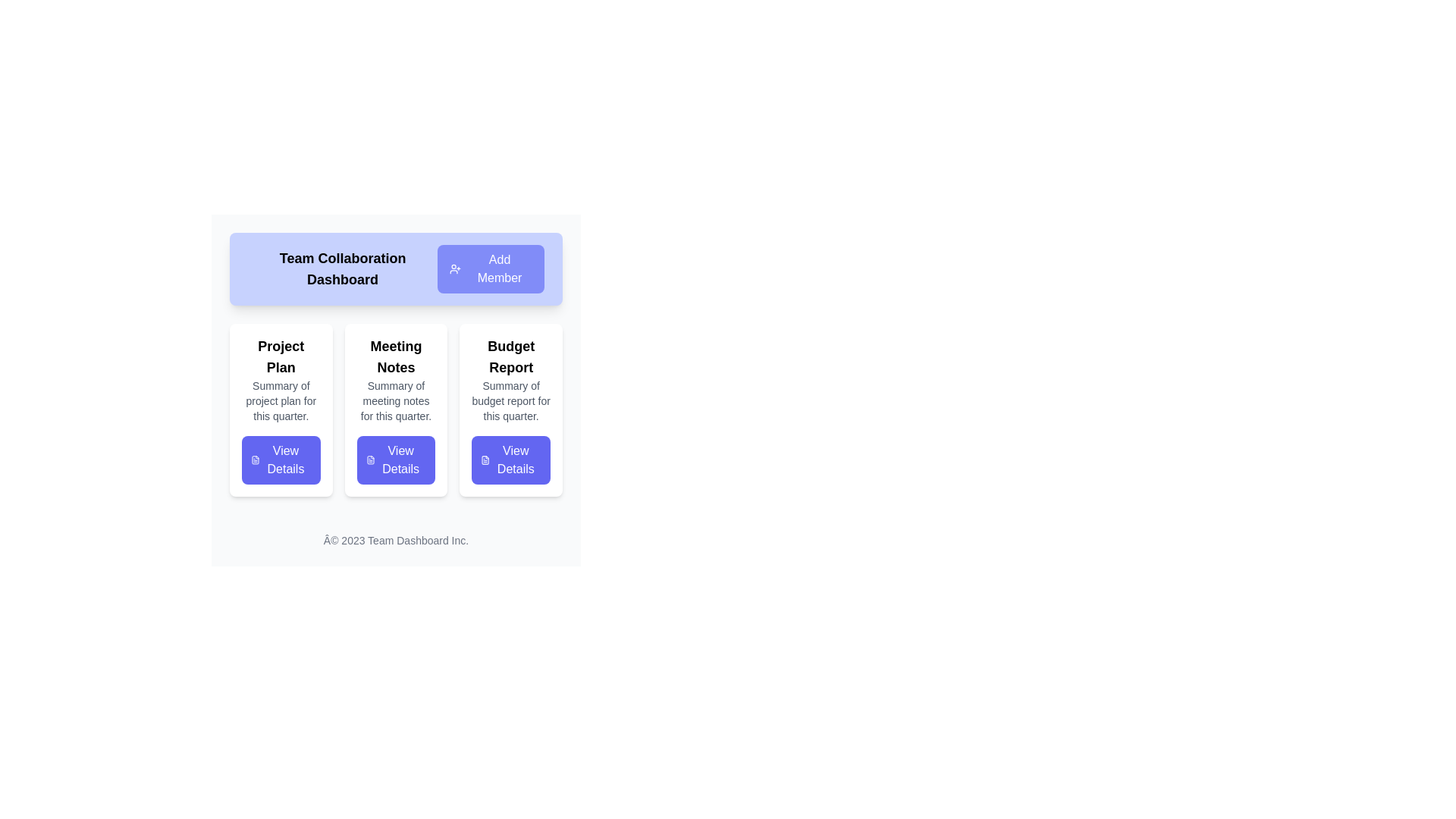  What do you see at coordinates (454, 268) in the screenshot?
I see `the small vector icon styled as an outline of a person with a '+' sign, which is located to the left of the 'Add Member' text on the button with rounded corners and purple background` at bounding box center [454, 268].